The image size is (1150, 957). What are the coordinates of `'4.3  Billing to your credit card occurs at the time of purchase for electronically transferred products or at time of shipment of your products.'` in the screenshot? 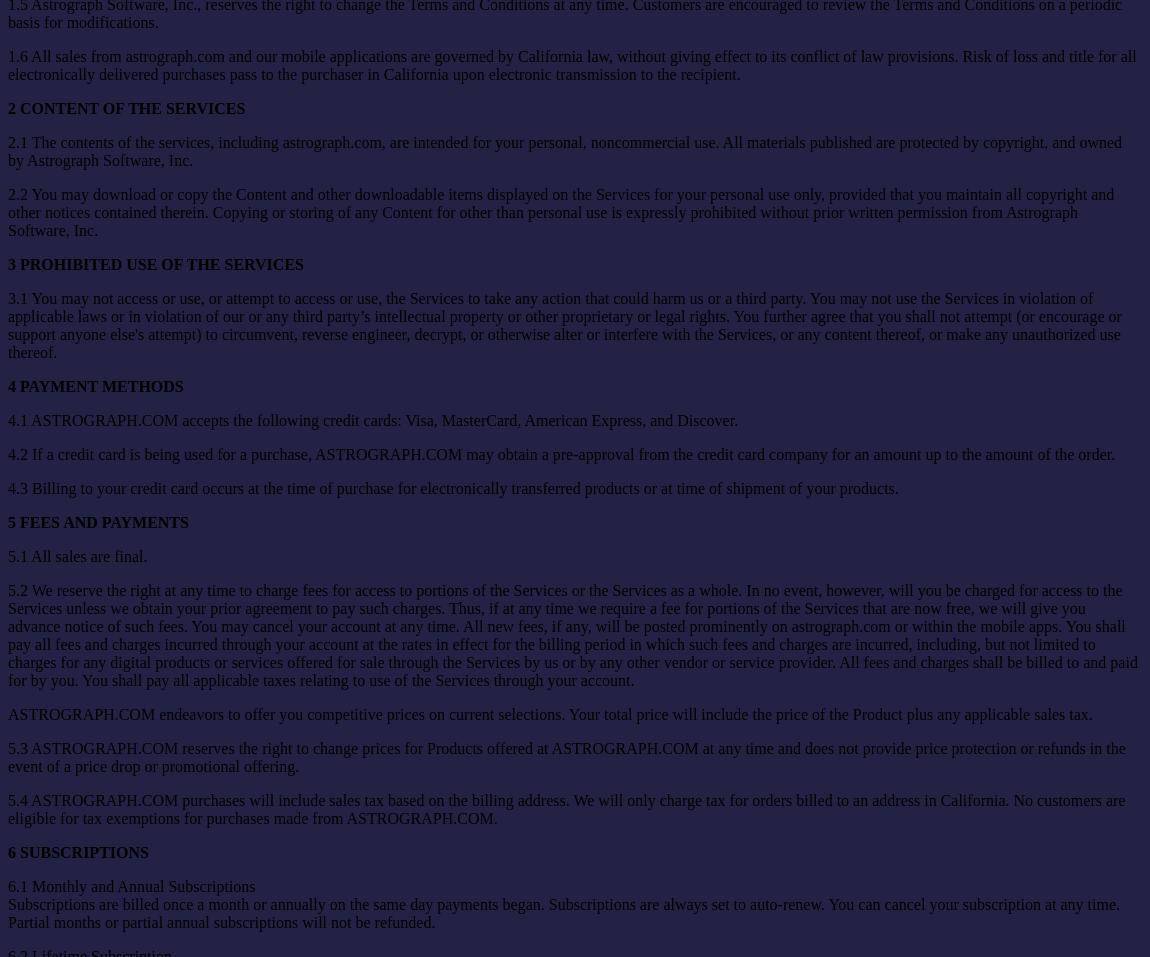 It's located at (452, 487).